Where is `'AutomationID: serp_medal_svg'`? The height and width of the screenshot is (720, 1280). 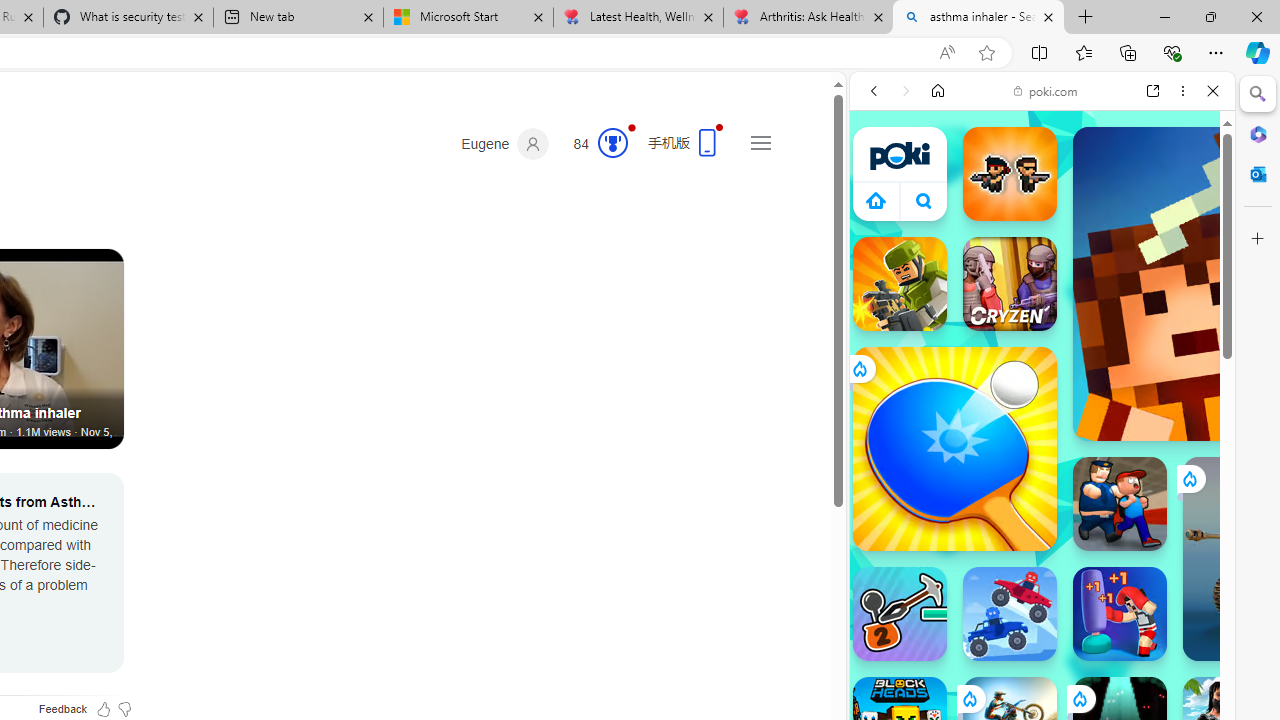 'AutomationID: serp_medal_svg' is located at coordinates (611, 141).